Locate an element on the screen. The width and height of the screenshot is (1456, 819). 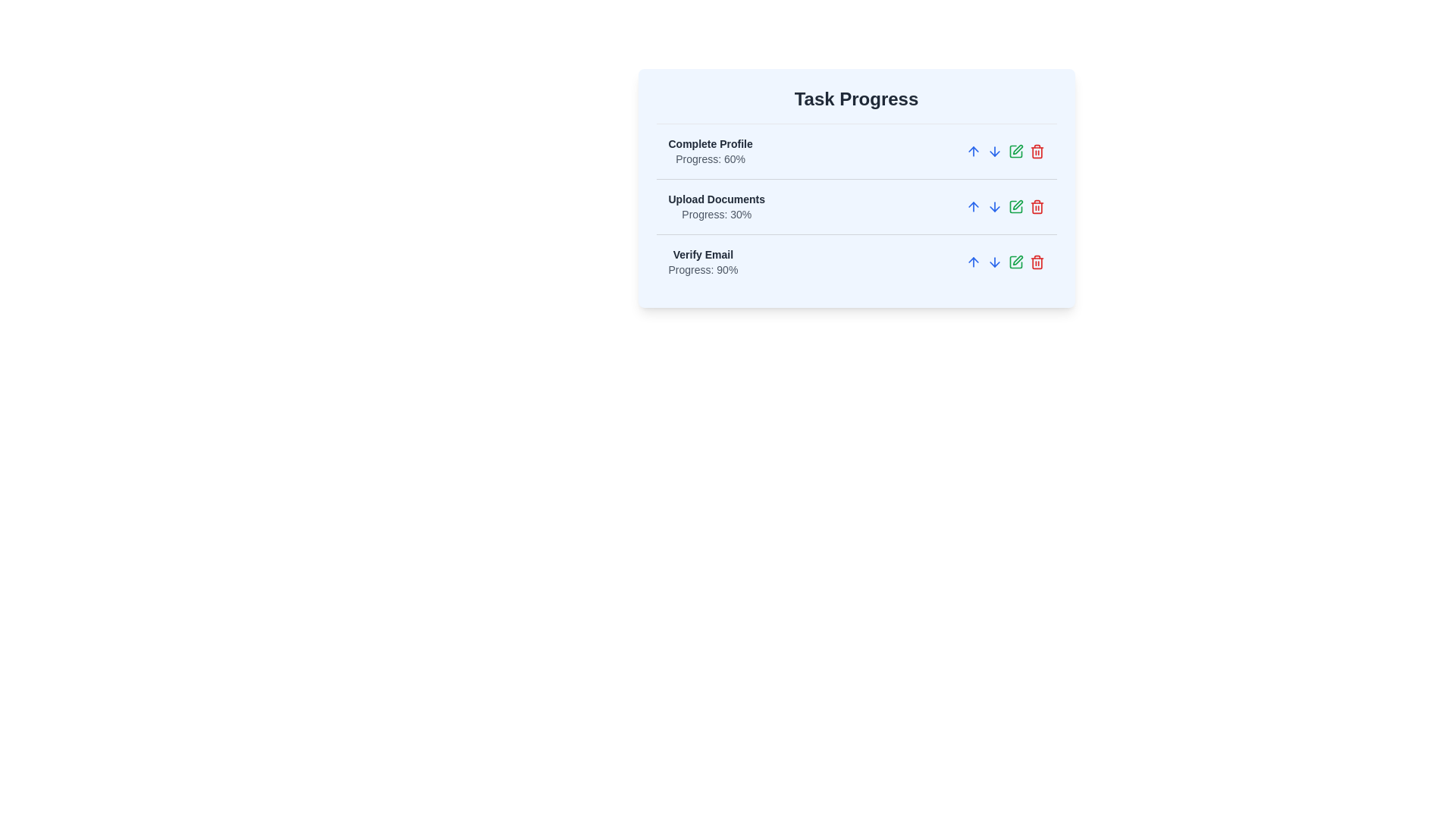
the Progress tracking display located centrally on the page, which shows task information and progress percentage is located at coordinates (856, 206).